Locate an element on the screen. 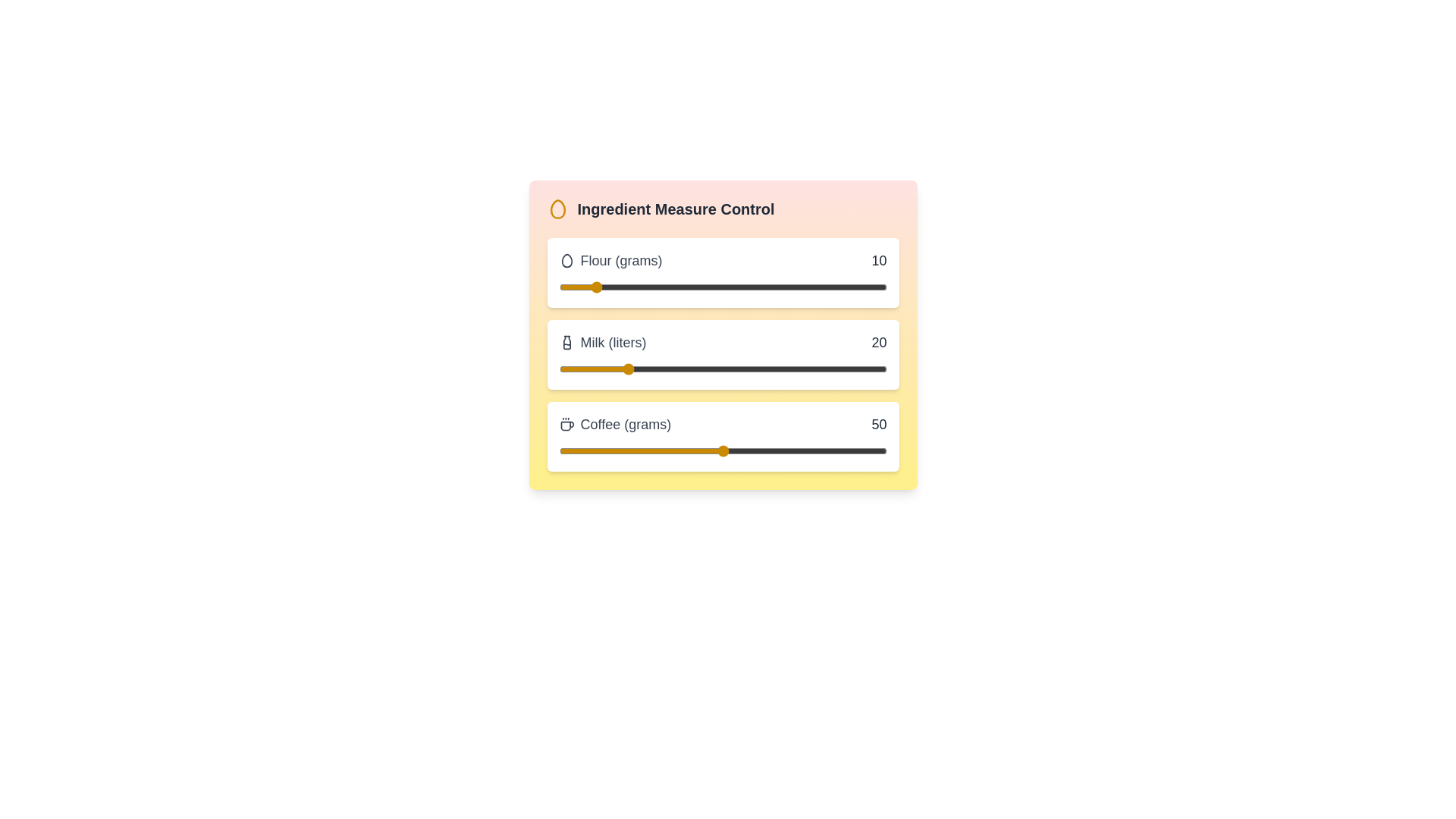 Image resolution: width=1456 pixels, height=819 pixels. number displayed on the static text label showing '20' in black font, which is positioned to the far right of the 'Milk (liters)' adjustment slider is located at coordinates (879, 342).